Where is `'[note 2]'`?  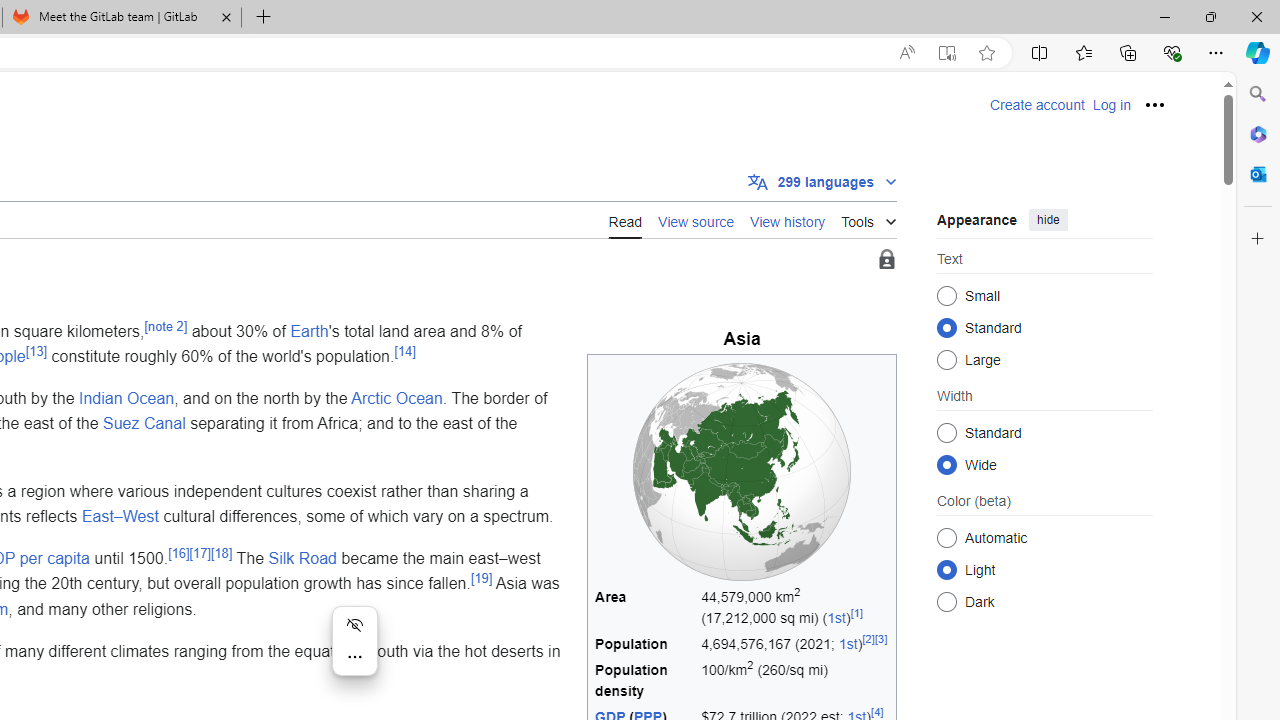
'[note 2]' is located at coordinates (165, 325).